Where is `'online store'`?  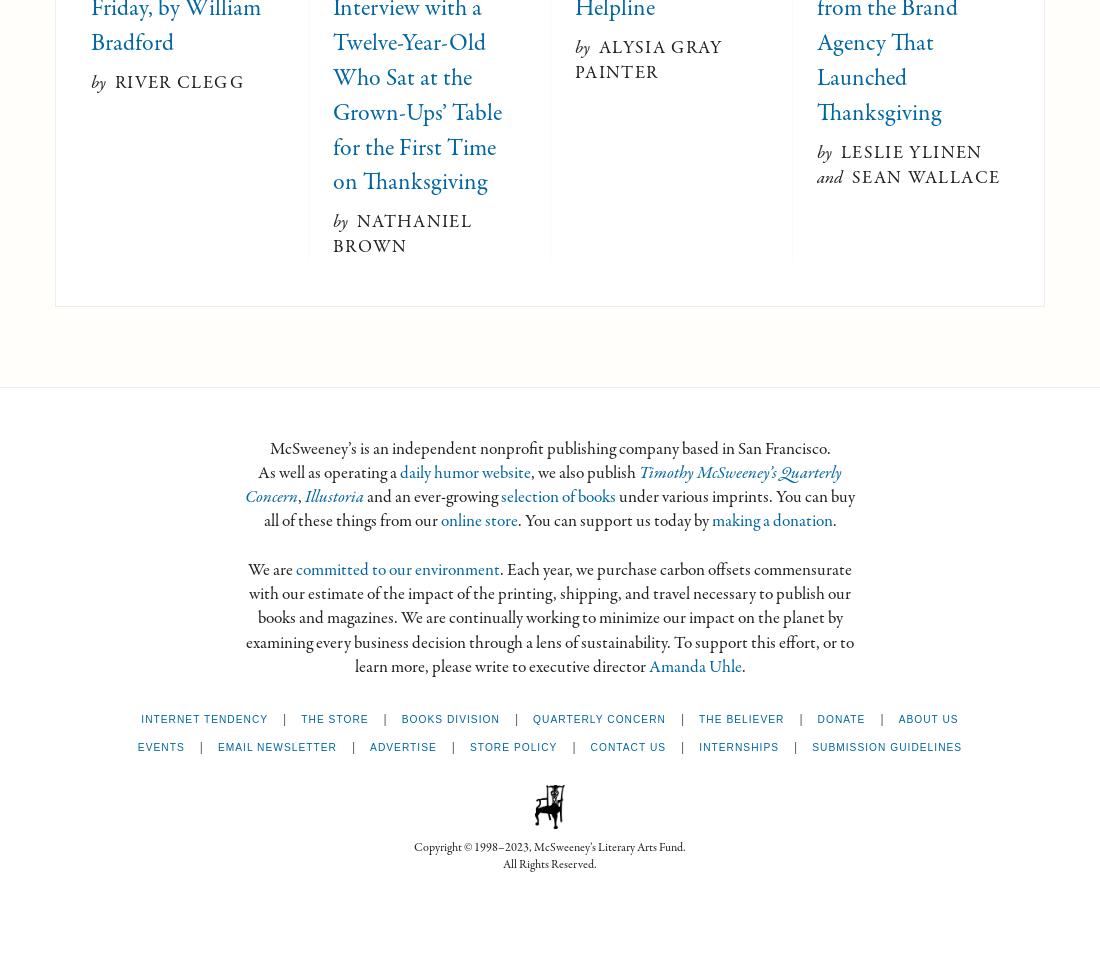 'online store' is located at coordinates (477, 520).